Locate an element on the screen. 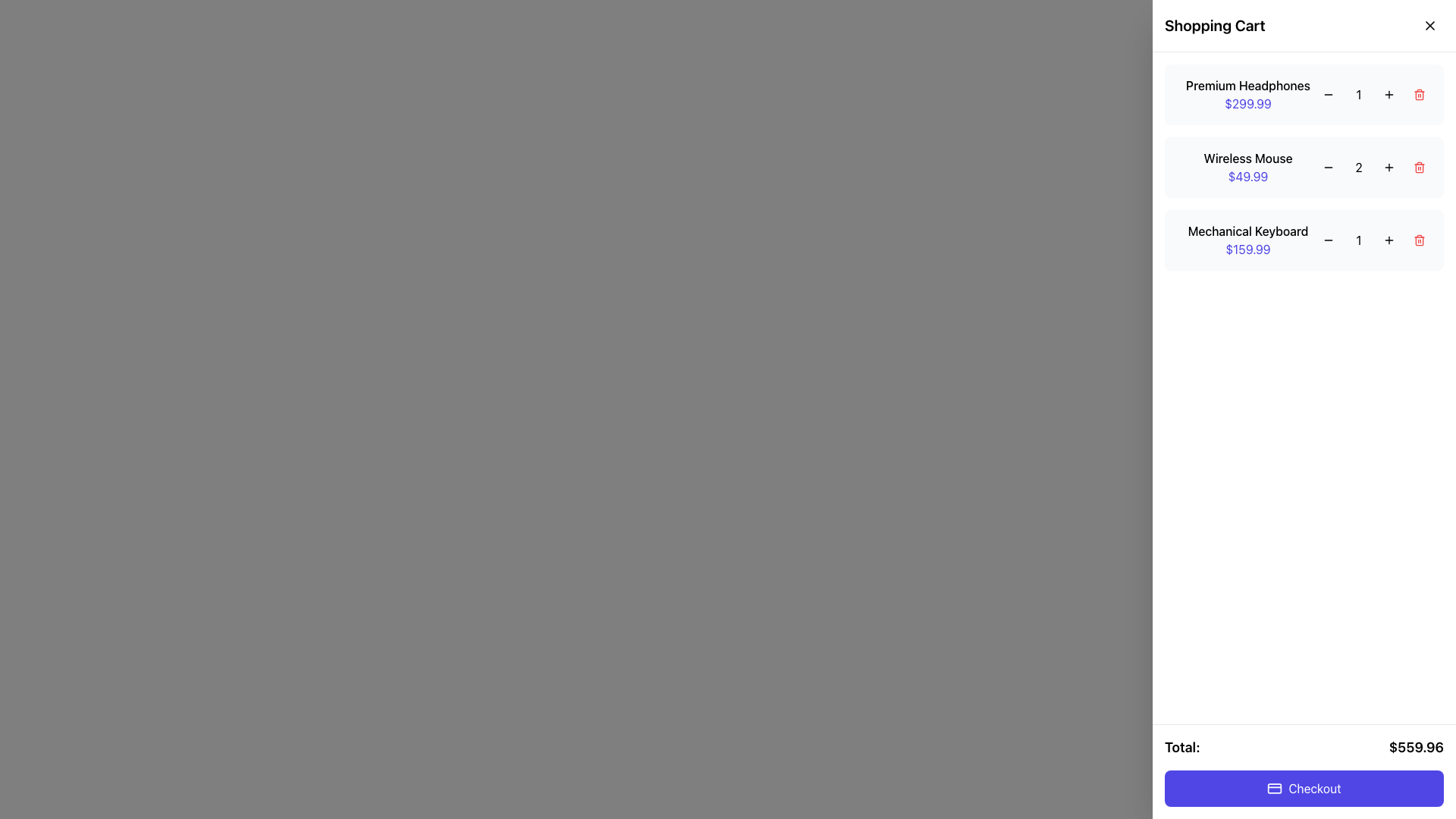  the textual information block displaying the name and price of the 'Premium Headphones' product in the shopping cart, which is located at the uppermost position in the list of items is located at coordinates (1248, 94).